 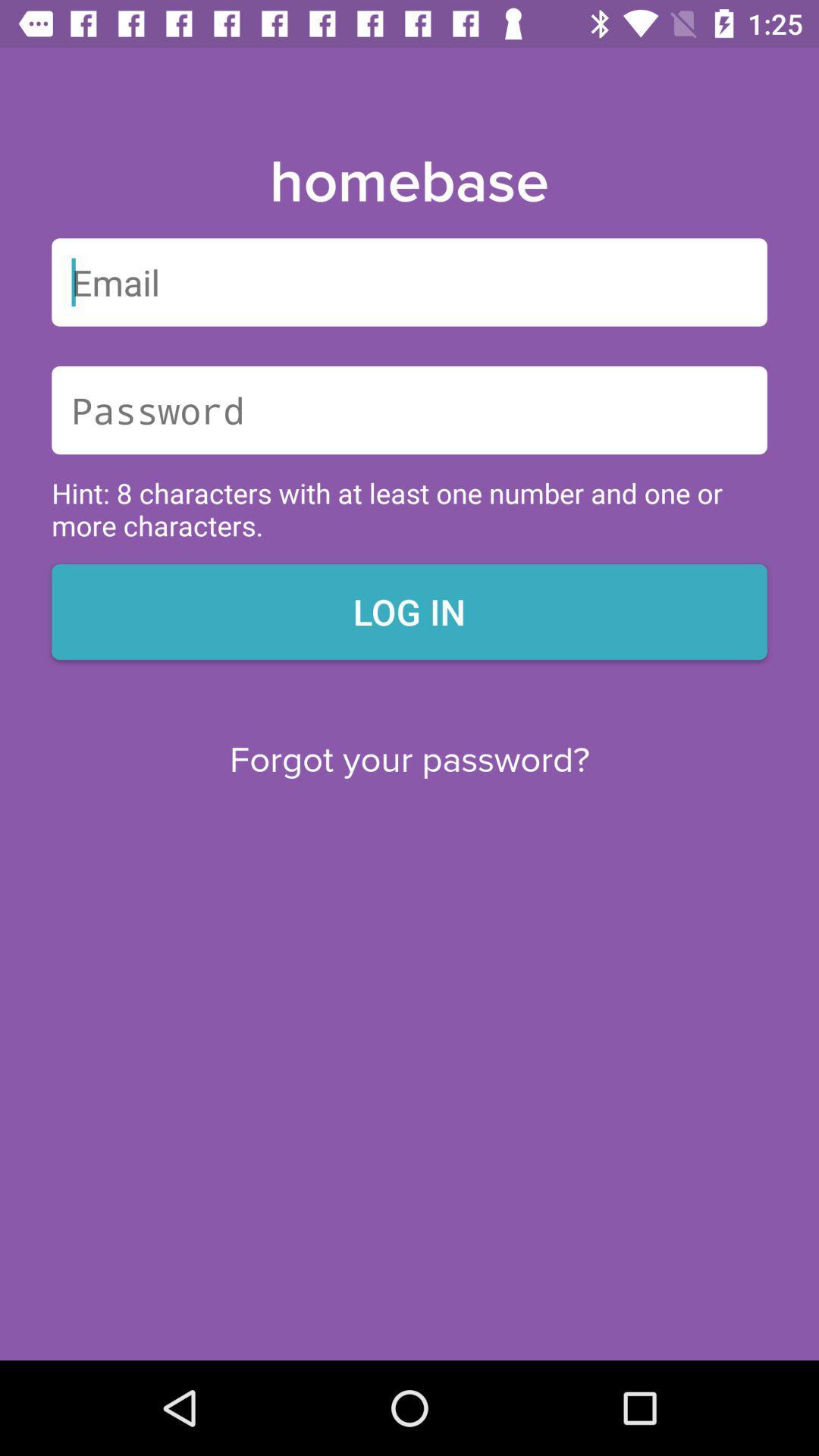 What do you see at coordinates (409, 282) in the screenshot?
I see `opens a field to type an e-mail address` at bounding box center [409, 282].